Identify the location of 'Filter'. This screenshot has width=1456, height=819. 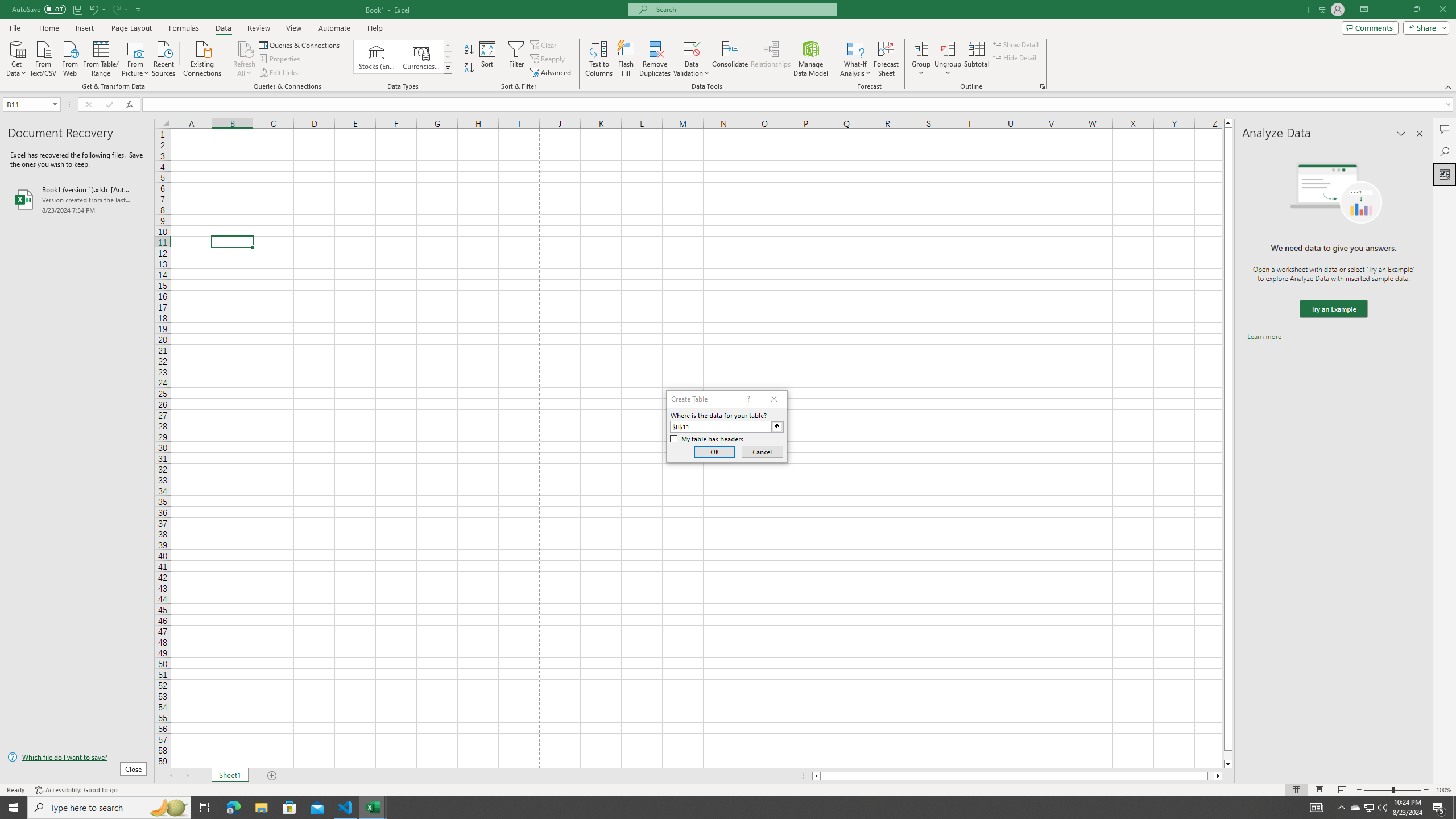
(515, 59).